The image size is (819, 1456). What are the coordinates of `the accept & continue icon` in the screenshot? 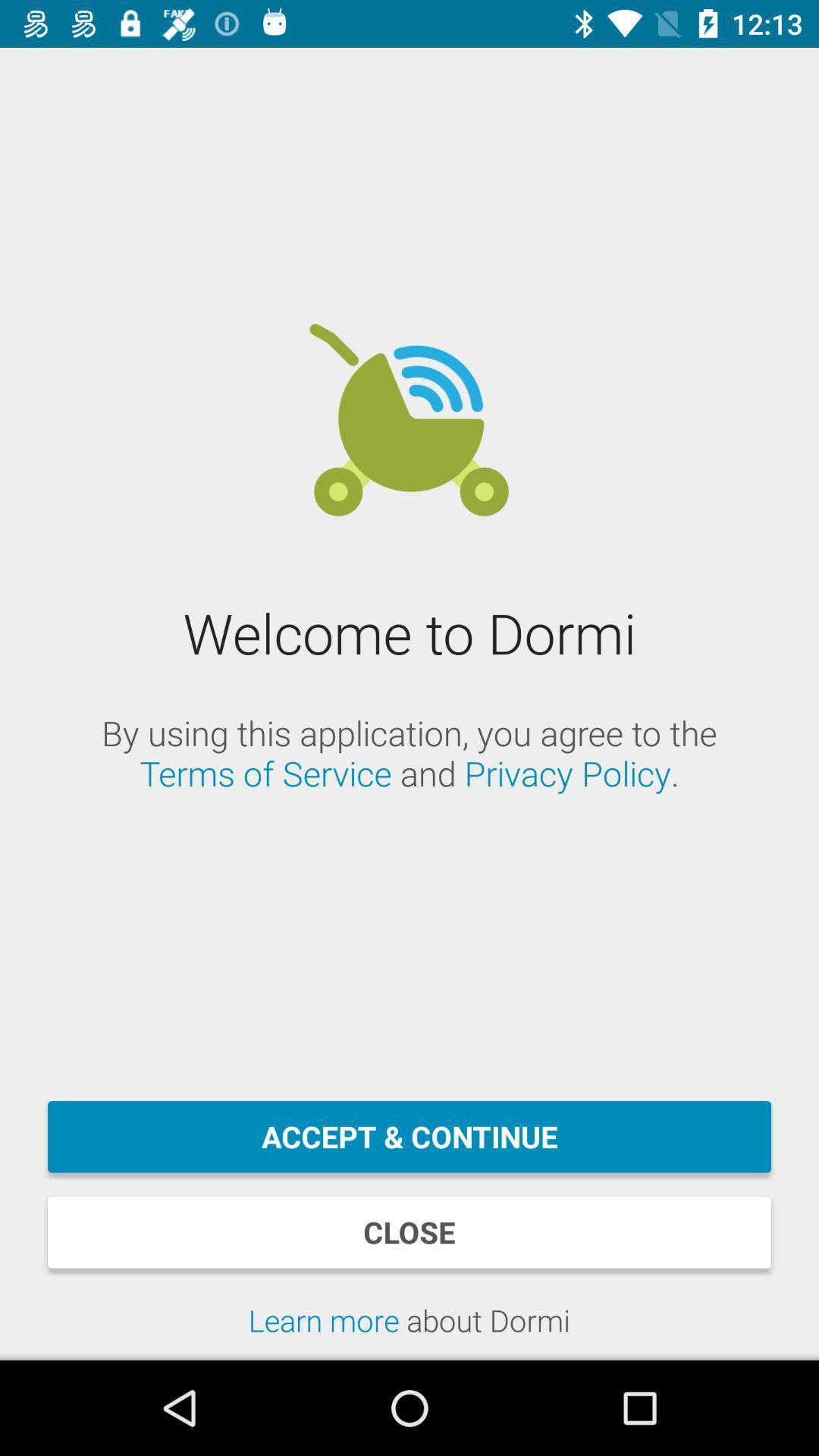 It's located at (409, 1137).